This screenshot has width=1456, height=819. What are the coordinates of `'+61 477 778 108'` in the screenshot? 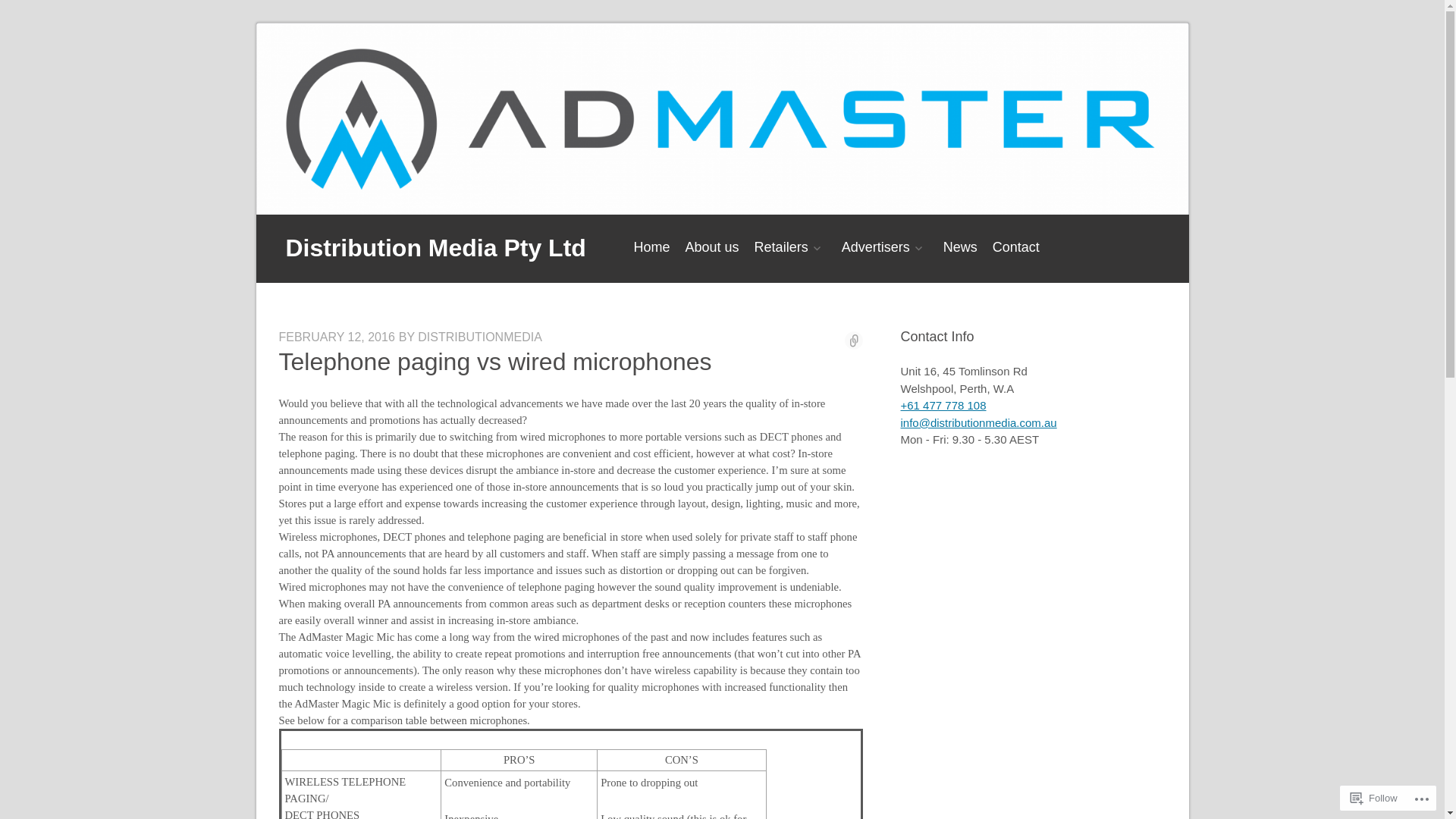 It's located at (943, 404).